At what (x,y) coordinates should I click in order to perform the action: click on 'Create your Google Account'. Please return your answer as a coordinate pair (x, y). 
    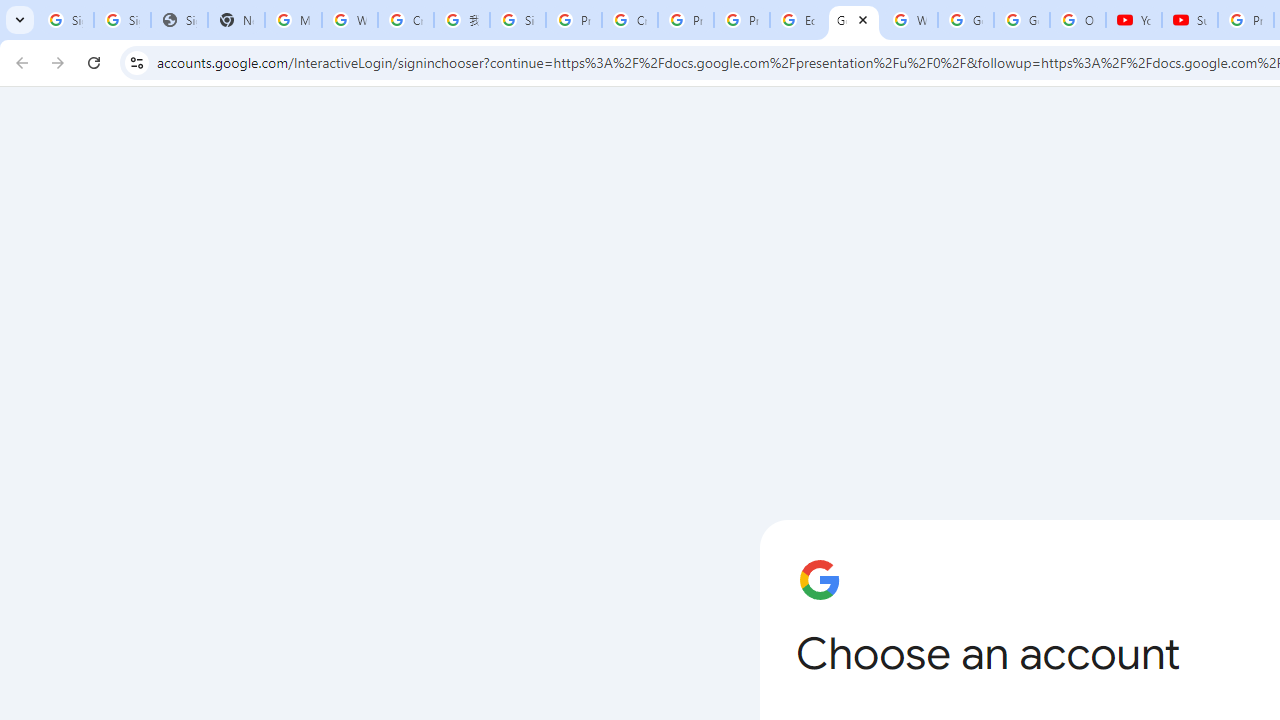
    Looking at the image, I should click on (628, 20).